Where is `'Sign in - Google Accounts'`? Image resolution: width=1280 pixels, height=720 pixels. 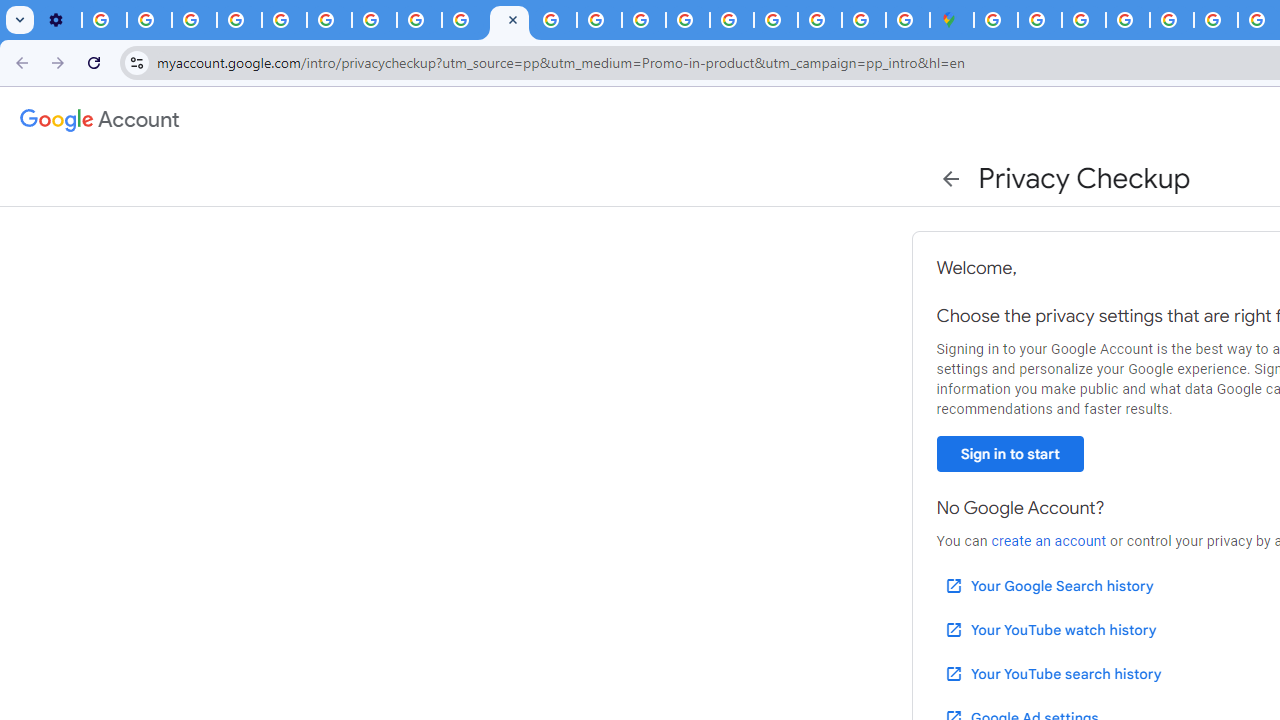 'Sign in - Google Accounts' is located at coordinates (1040, 20).